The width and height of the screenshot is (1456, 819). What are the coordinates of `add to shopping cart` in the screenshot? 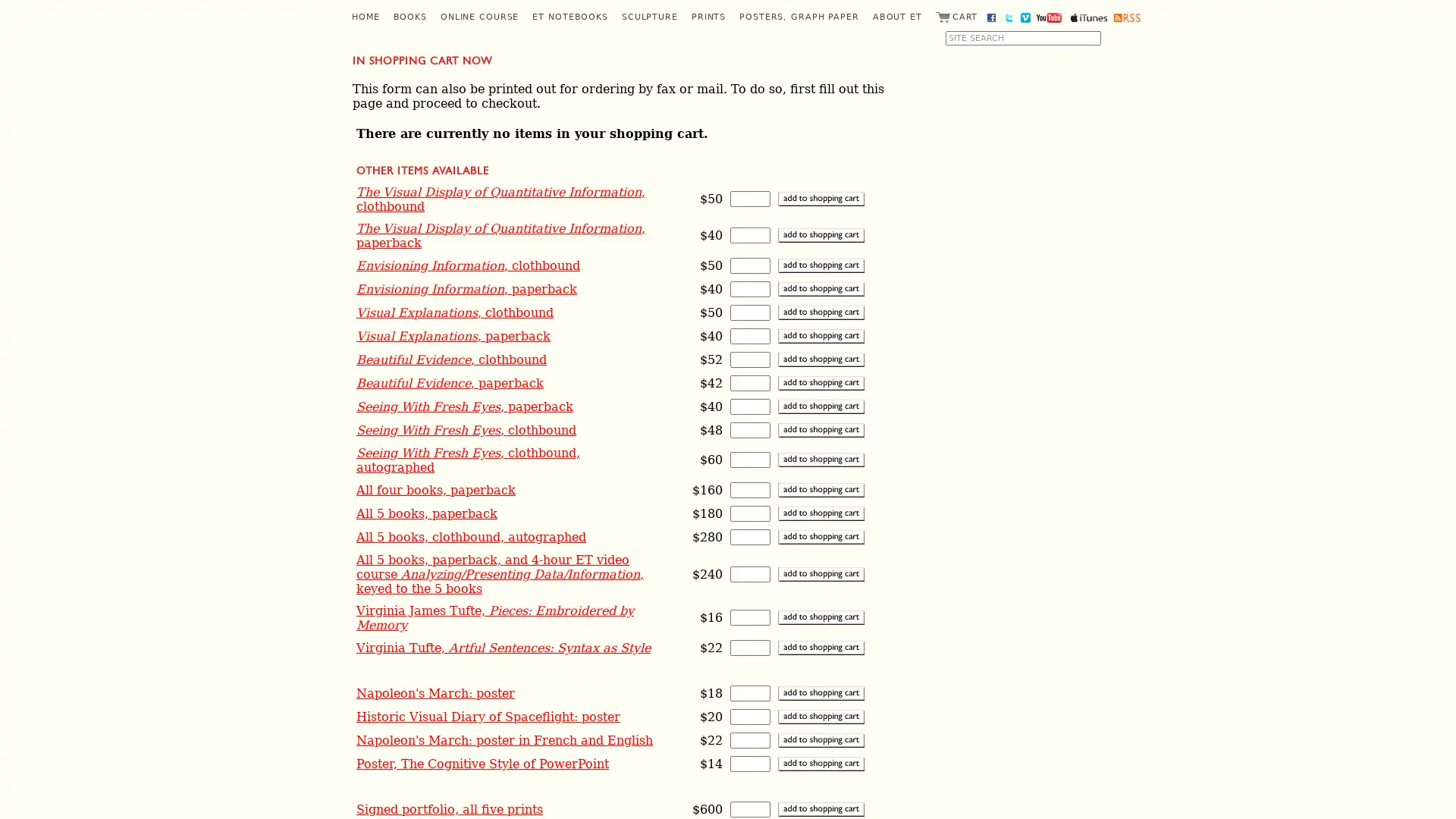 It's located at (821, 264).